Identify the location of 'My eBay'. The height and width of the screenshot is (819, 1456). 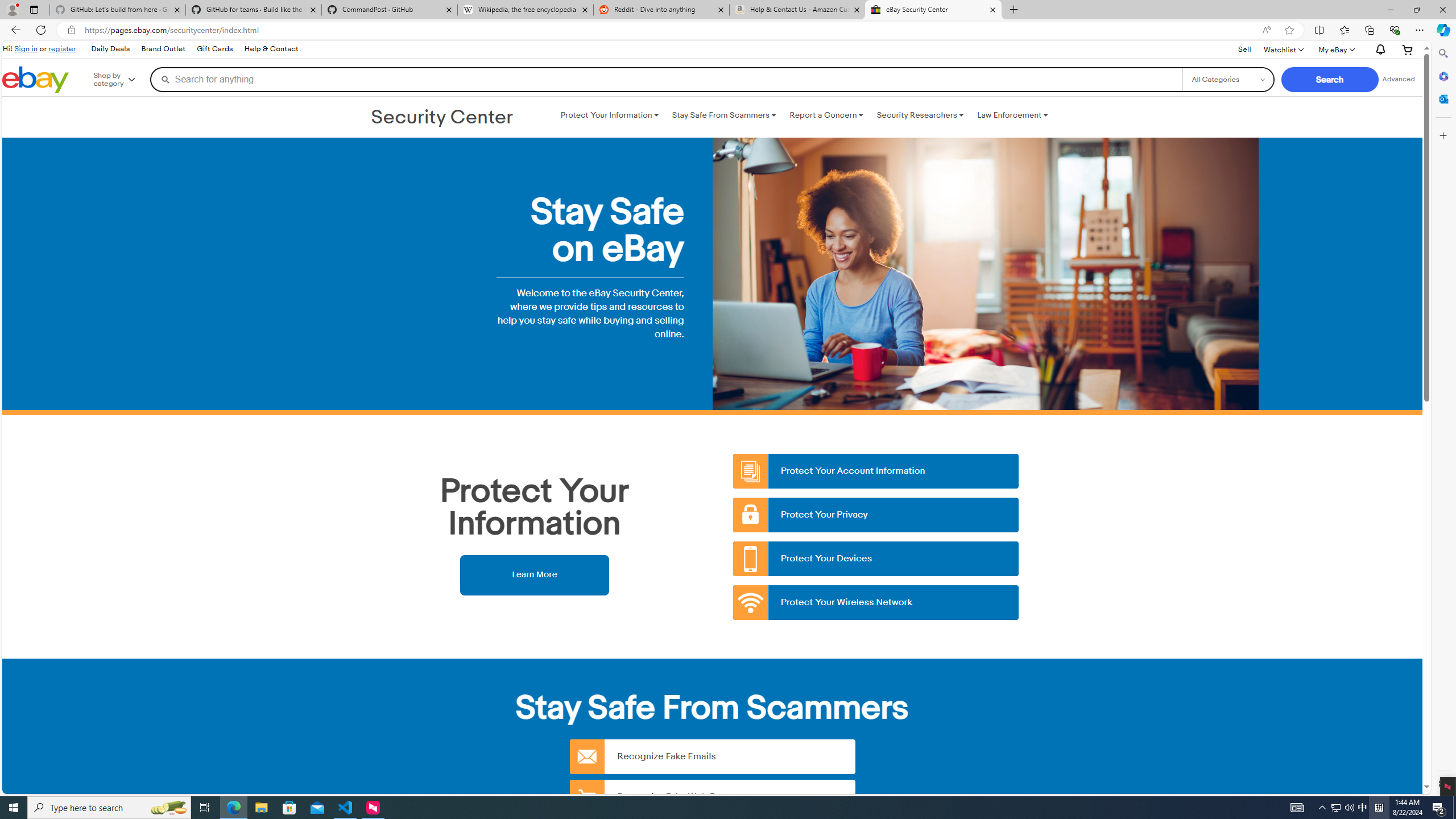
(1335, 49).